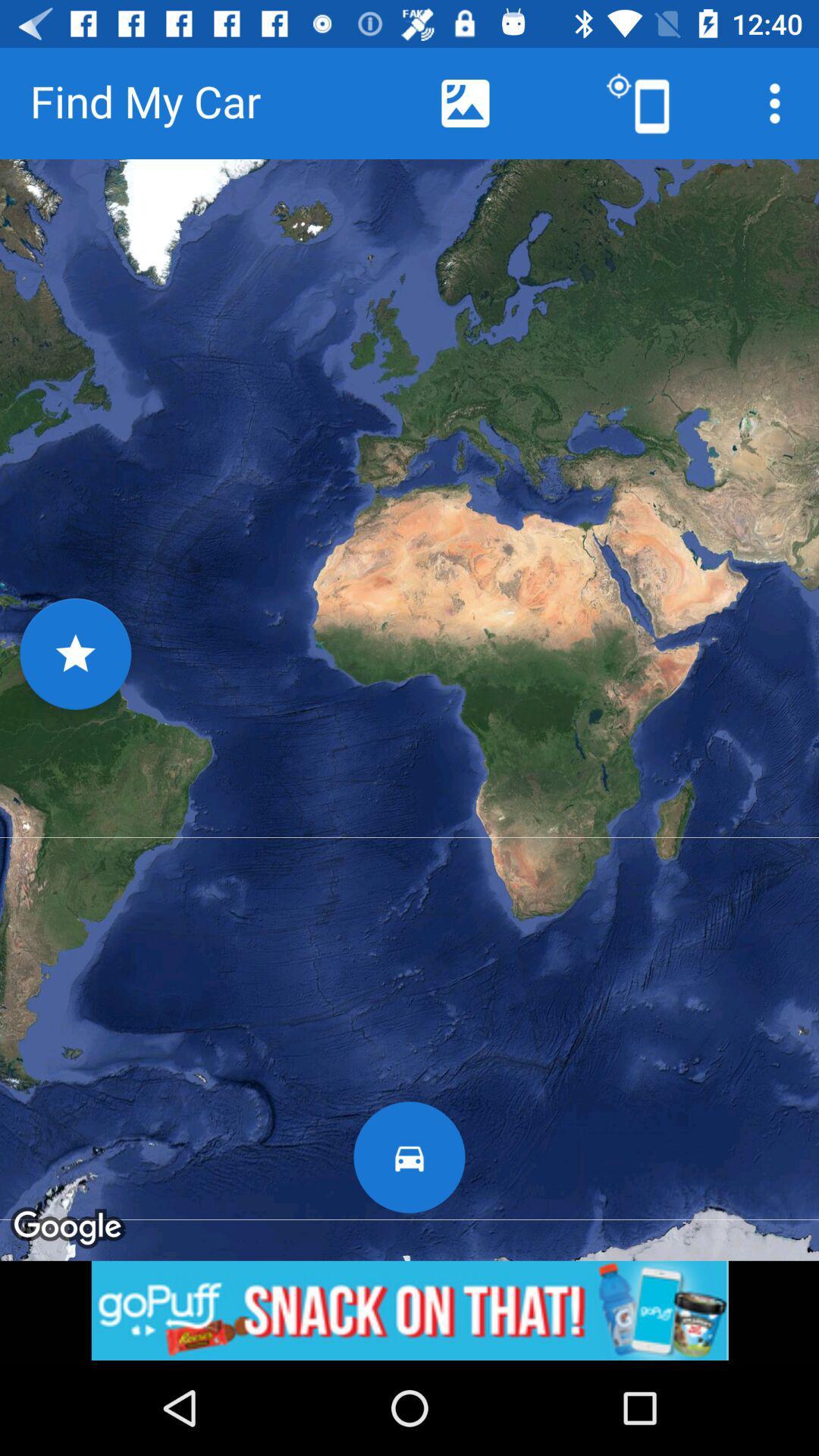 This screenshot has height=1456, width=819. Describe the element at coordinates (409, 1310) in the screenshot. I see `advertisement` at that location.